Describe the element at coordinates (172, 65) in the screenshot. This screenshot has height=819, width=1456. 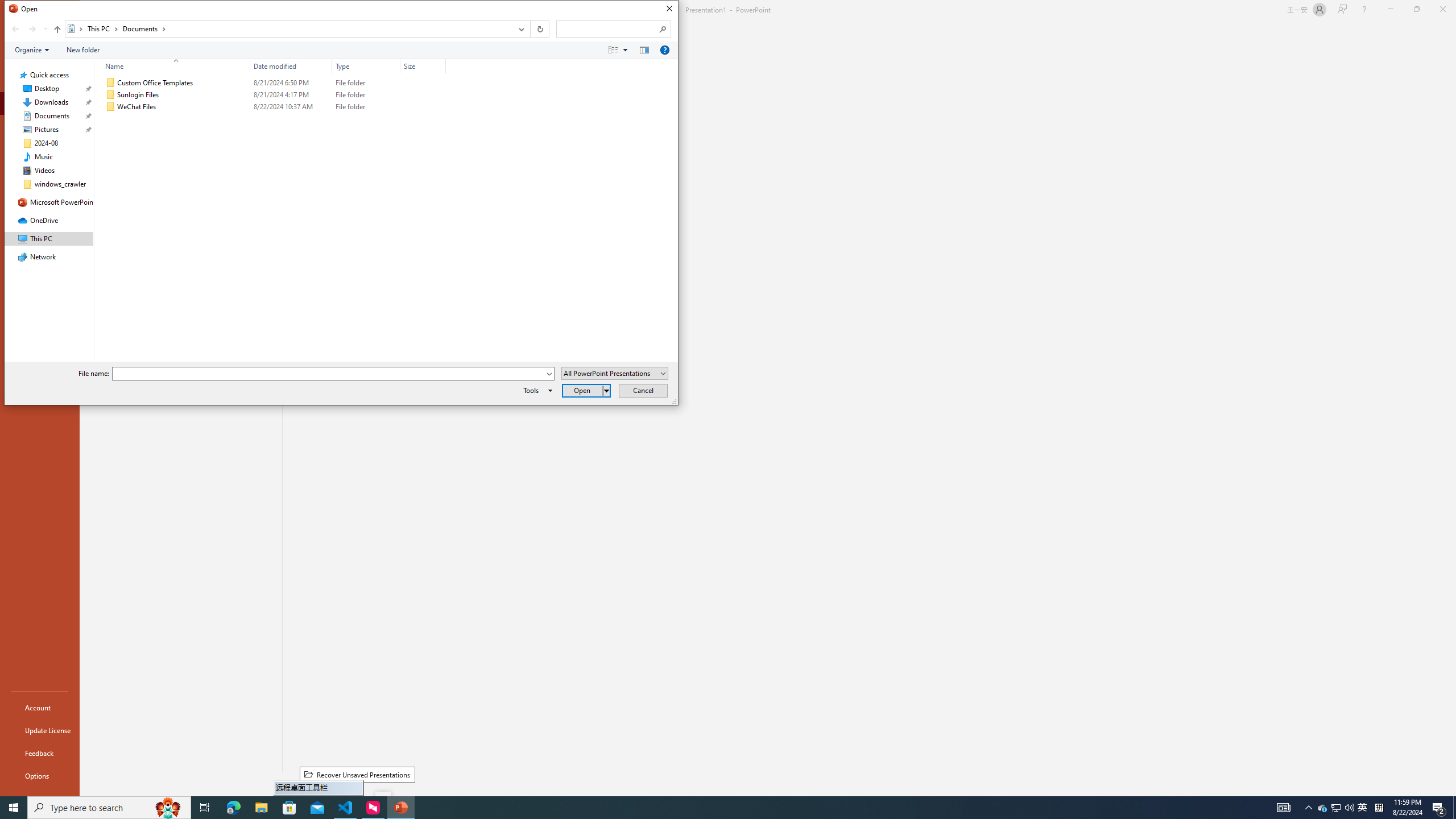
I see `'Name'` at that location.